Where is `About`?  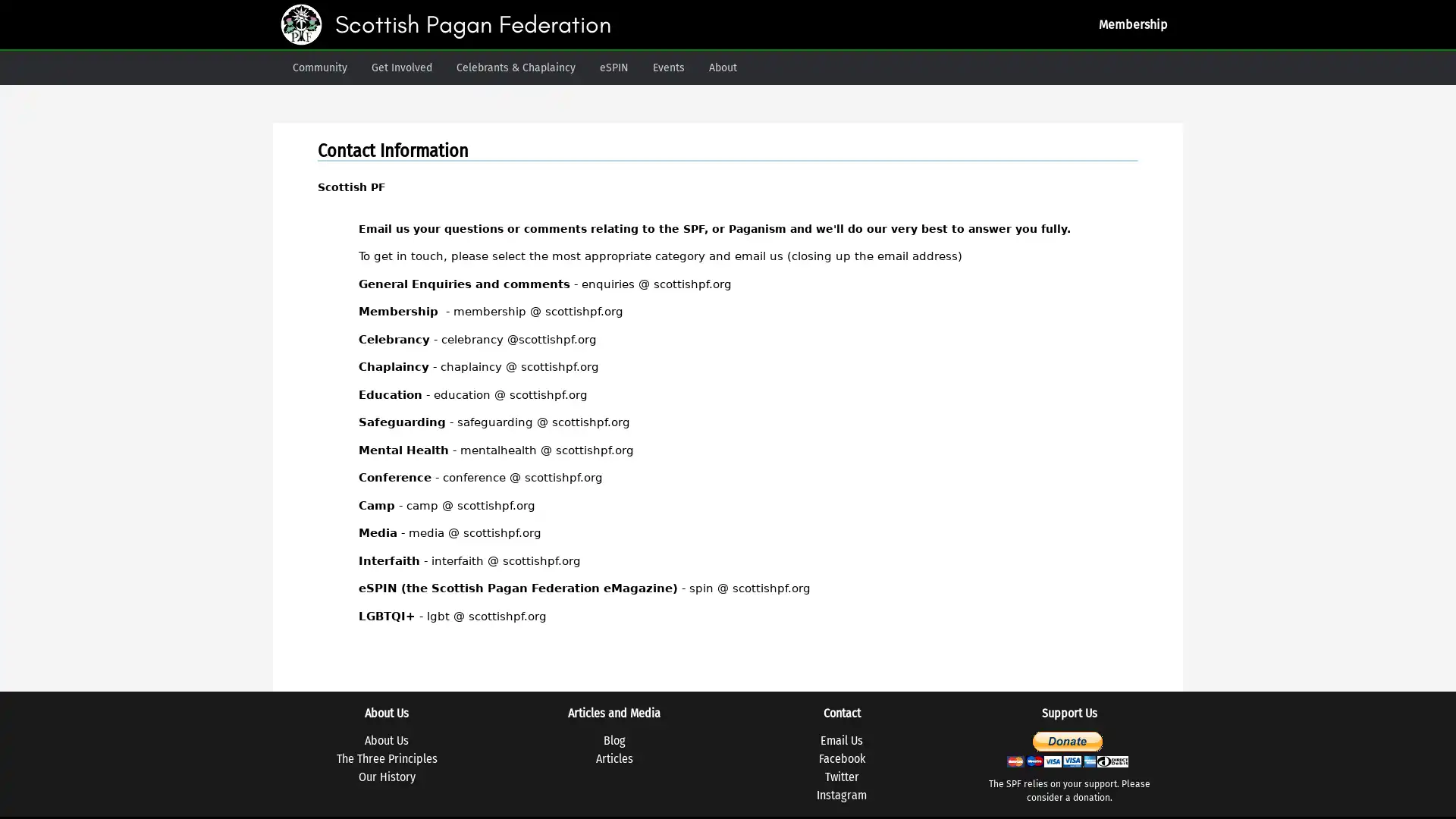
About is located at coordinates (722, 67).